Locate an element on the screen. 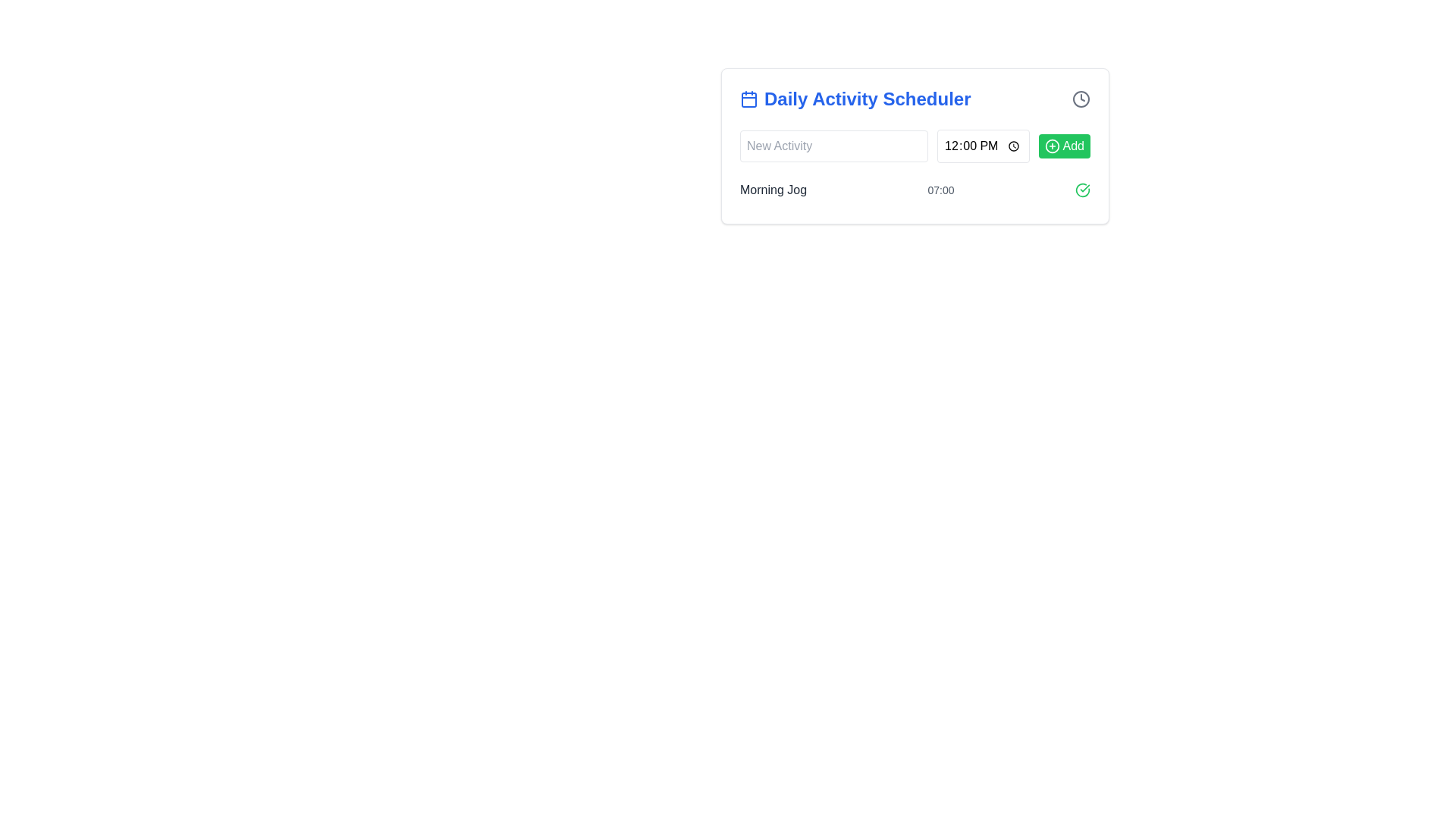 The height and width of the screenshot is (819, 1456). the SVG circle element styled as a clock face located in the header of the 'Daily Activity Scheduler' interface is located at coordinates (1080, 99).